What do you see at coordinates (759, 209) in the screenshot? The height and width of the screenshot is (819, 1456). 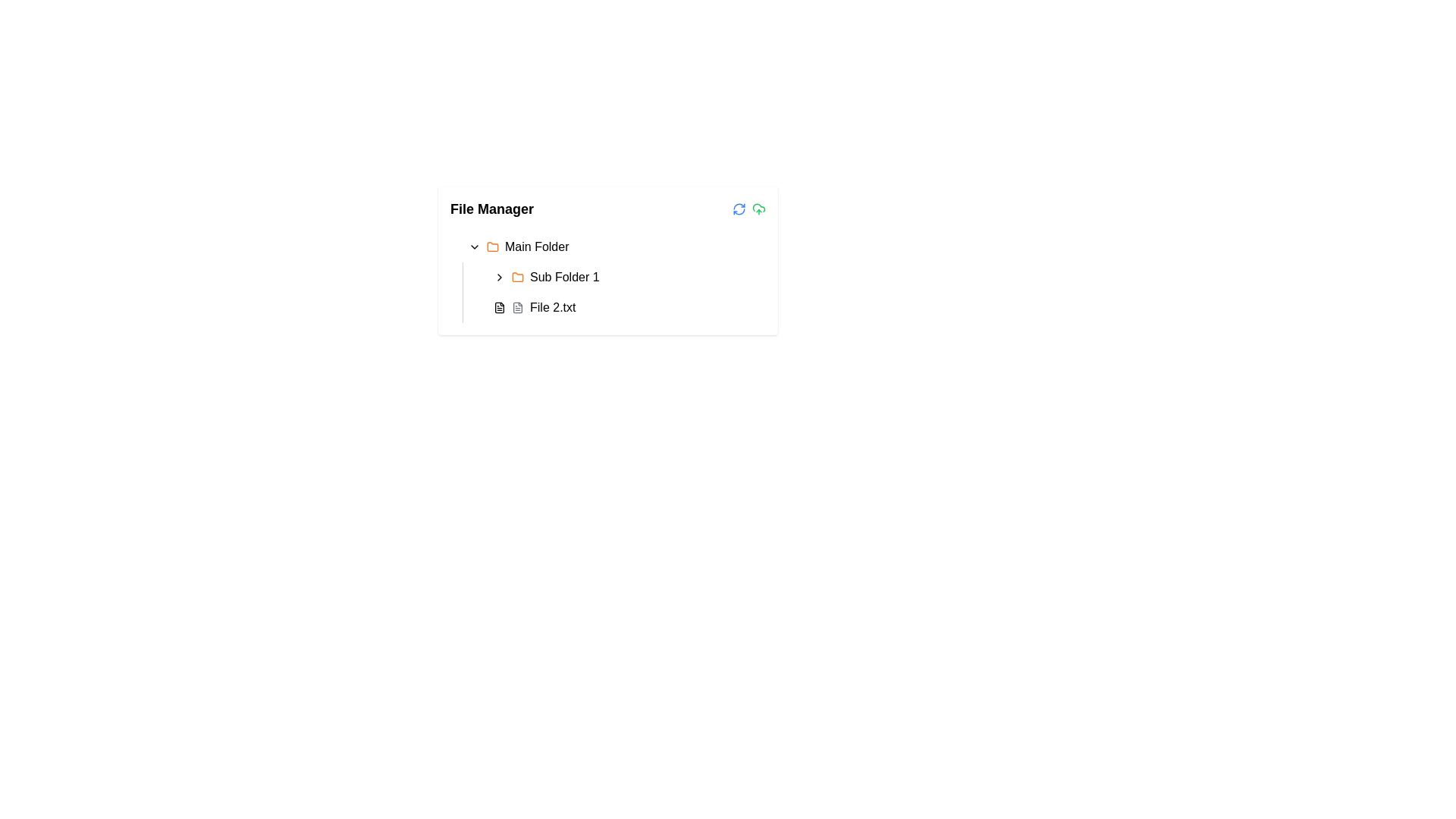 I see `the cloud icon with an upward arrow, styled in green color, located at the top-right corner of the file manager interface` at bounding box center [759, 209].